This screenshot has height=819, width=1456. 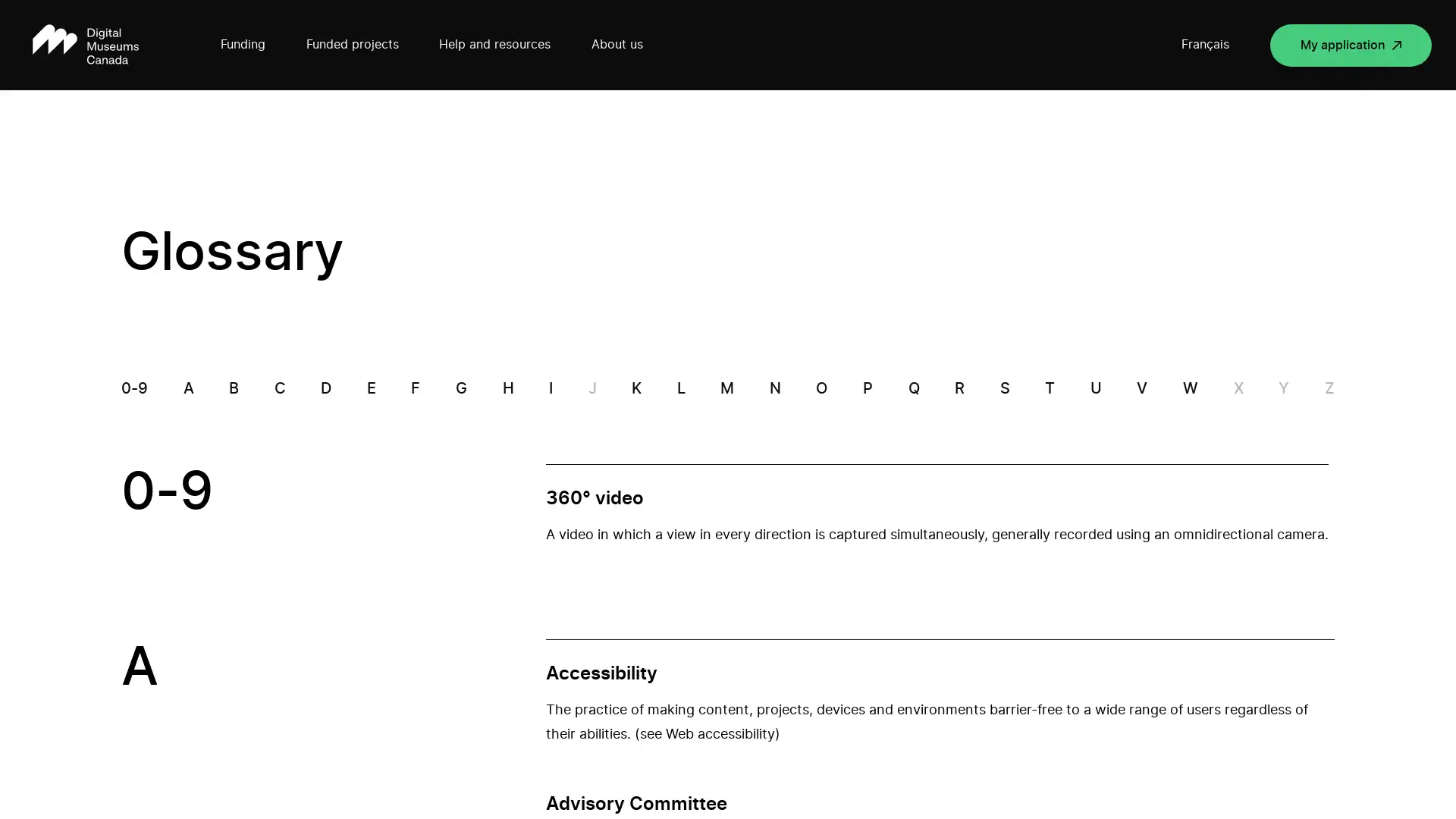 I want to click on S, so click(x=1004, y=388).